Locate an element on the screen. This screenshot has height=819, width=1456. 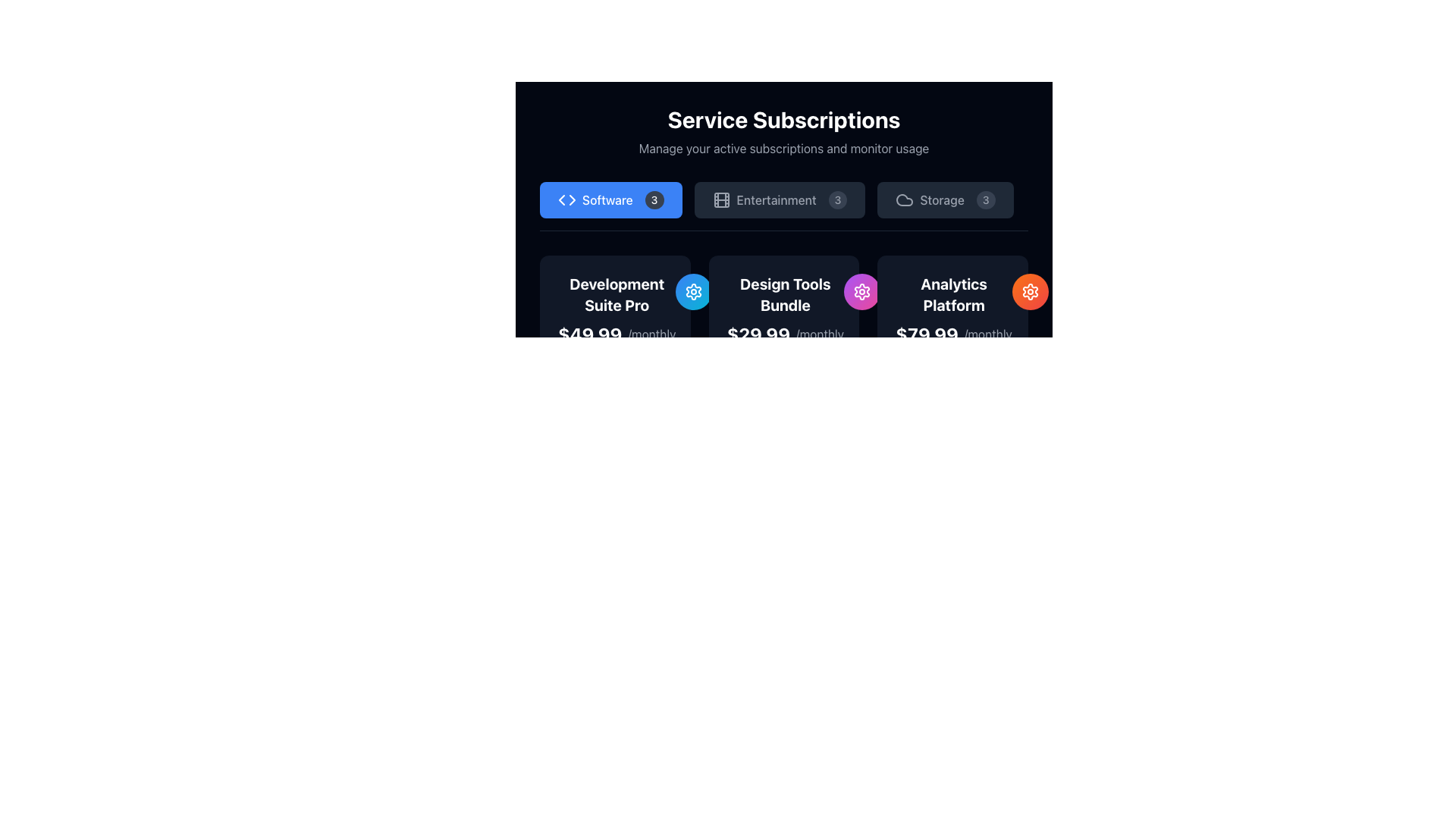
the gear-shaped icon located in the bottom right corner of the Analytics Platform box within the Service Subscriptions section is located at coordinates (862, 292).